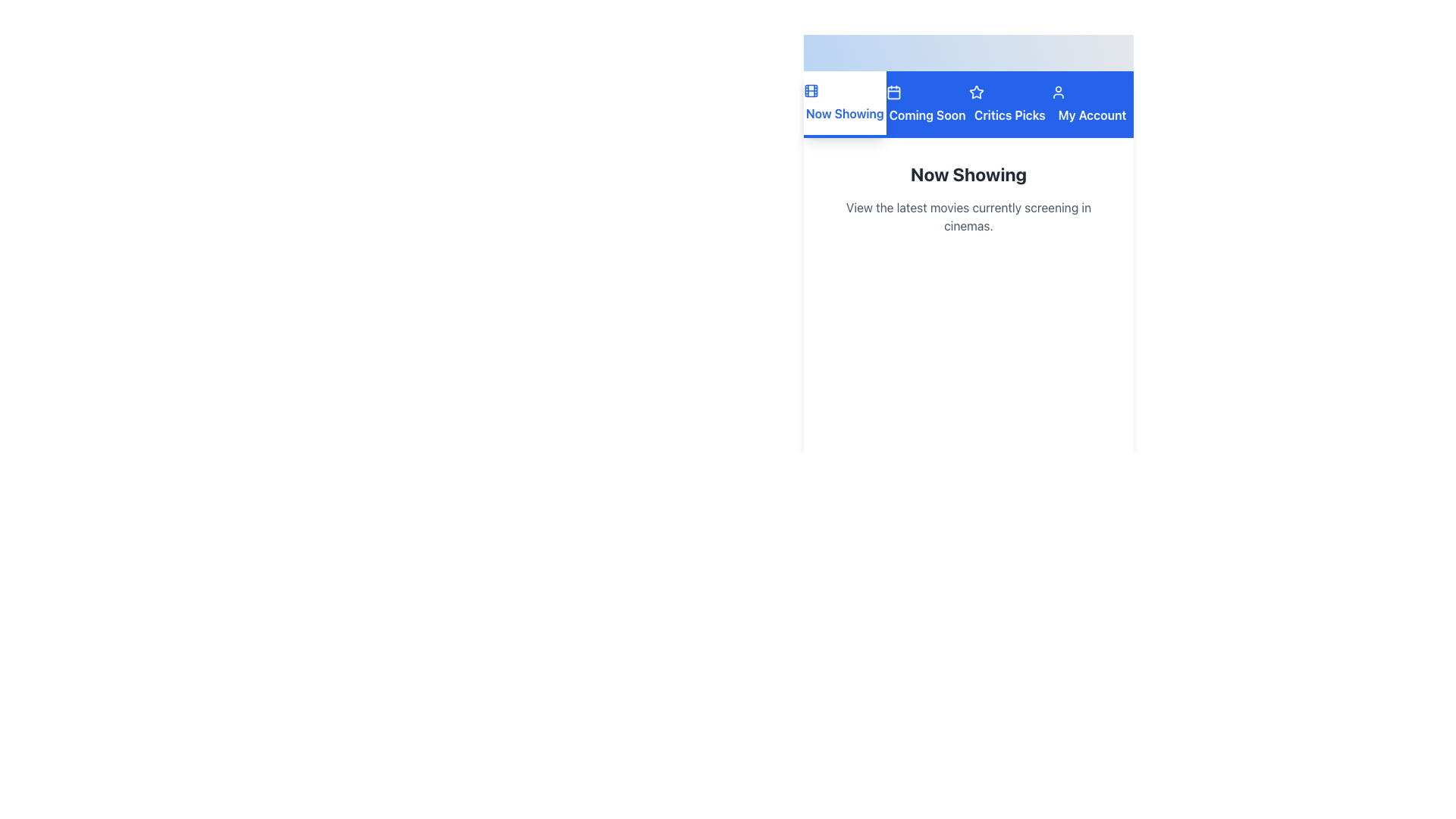 This screenshot has width=1456, height=819. Describe the element at coordinates (1092, 114) in the screenshot. I see `the text label in the far right corner of the navigation bar, which may function as a button for account-related features, located next to a user profile icon` at that location.